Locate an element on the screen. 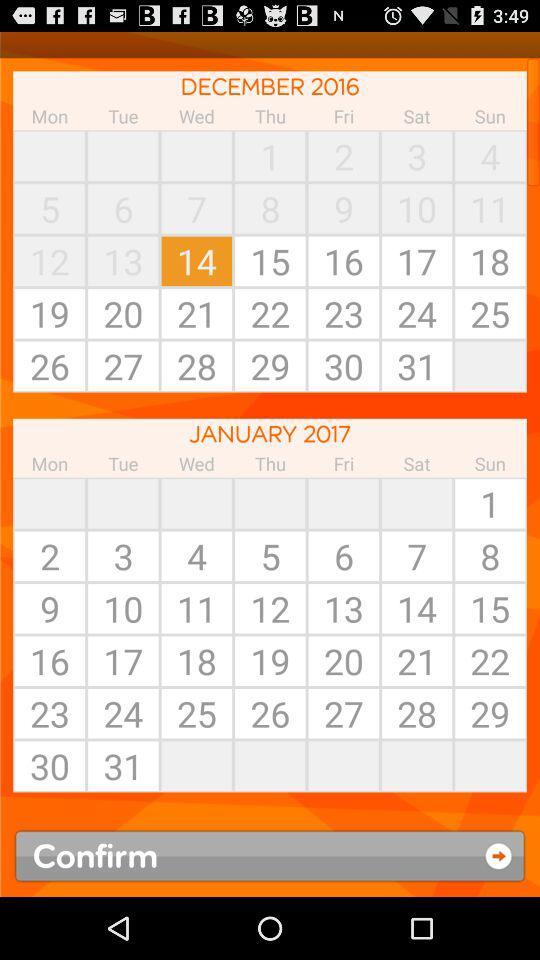 This screenshot has width=540, height=960. the date 3 from month january 2017 is located at coordinates (123, 556).